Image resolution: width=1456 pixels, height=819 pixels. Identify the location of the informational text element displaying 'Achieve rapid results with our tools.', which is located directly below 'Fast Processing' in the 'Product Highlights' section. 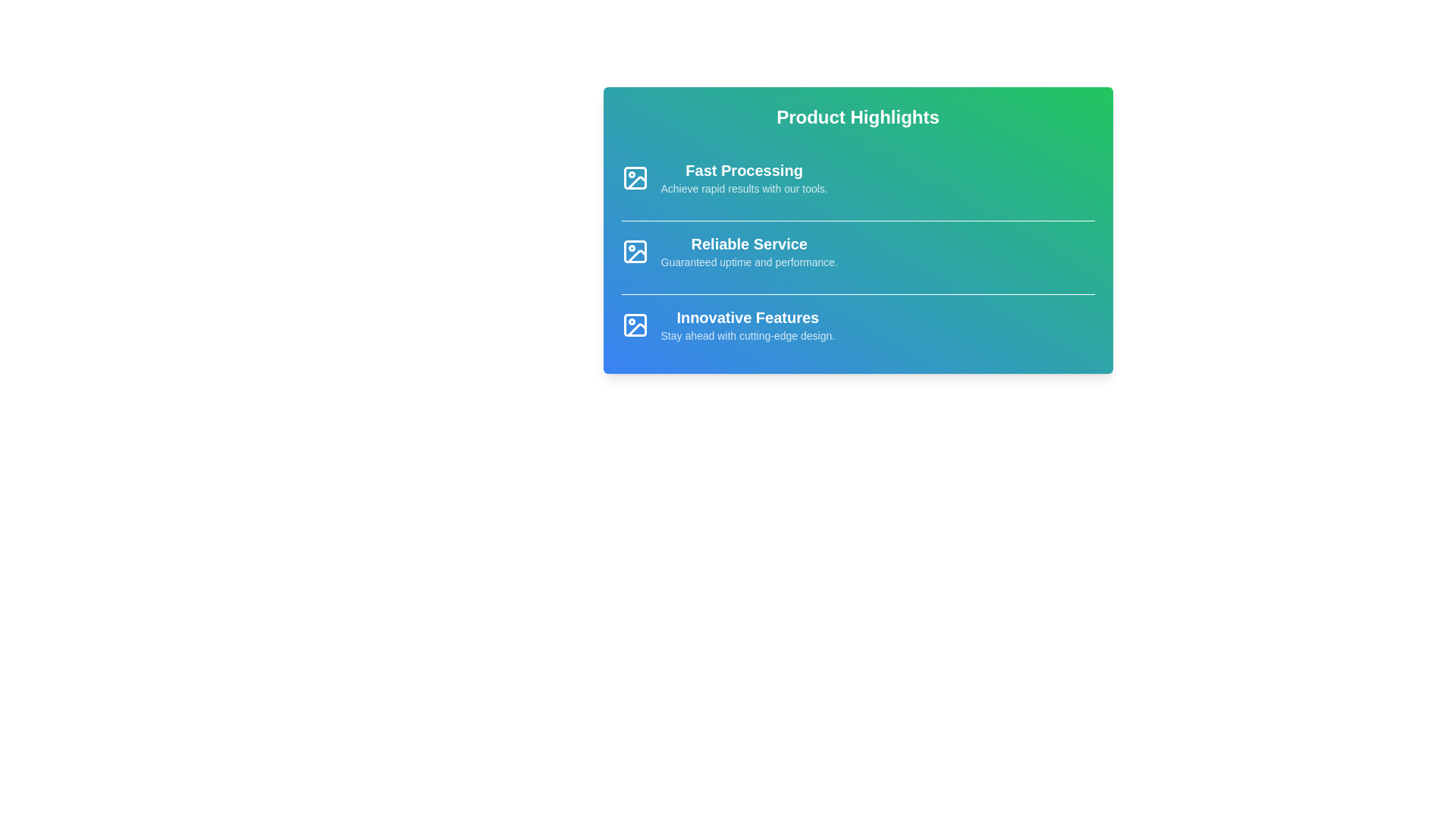
(744, 188).